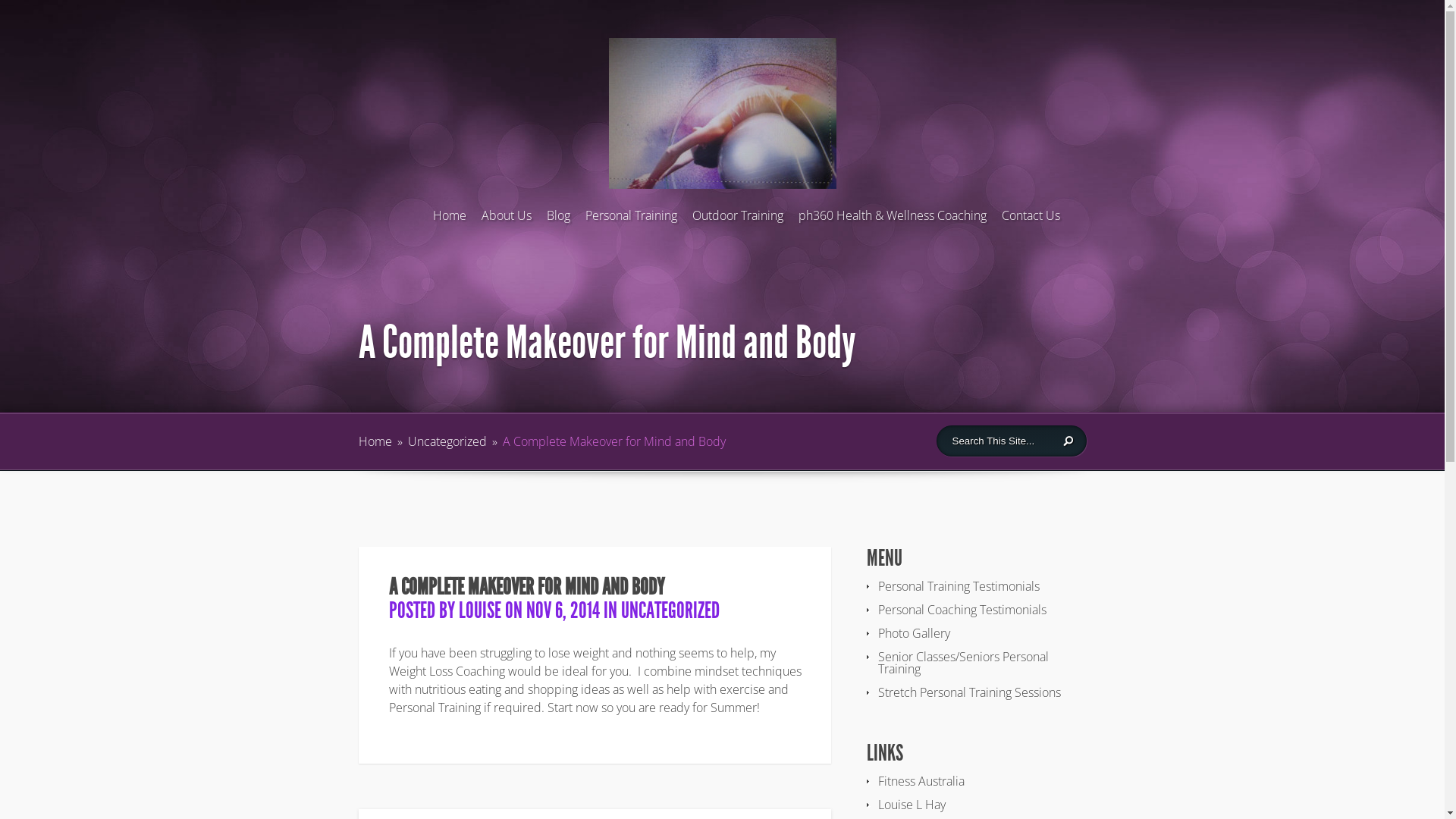 Image resolution: width=1456 pixels, height=819 pixels. Describe the element at coordinates (961, 608) in the screenshot. I see `'Personal Coaching Testimonials'` at that location.